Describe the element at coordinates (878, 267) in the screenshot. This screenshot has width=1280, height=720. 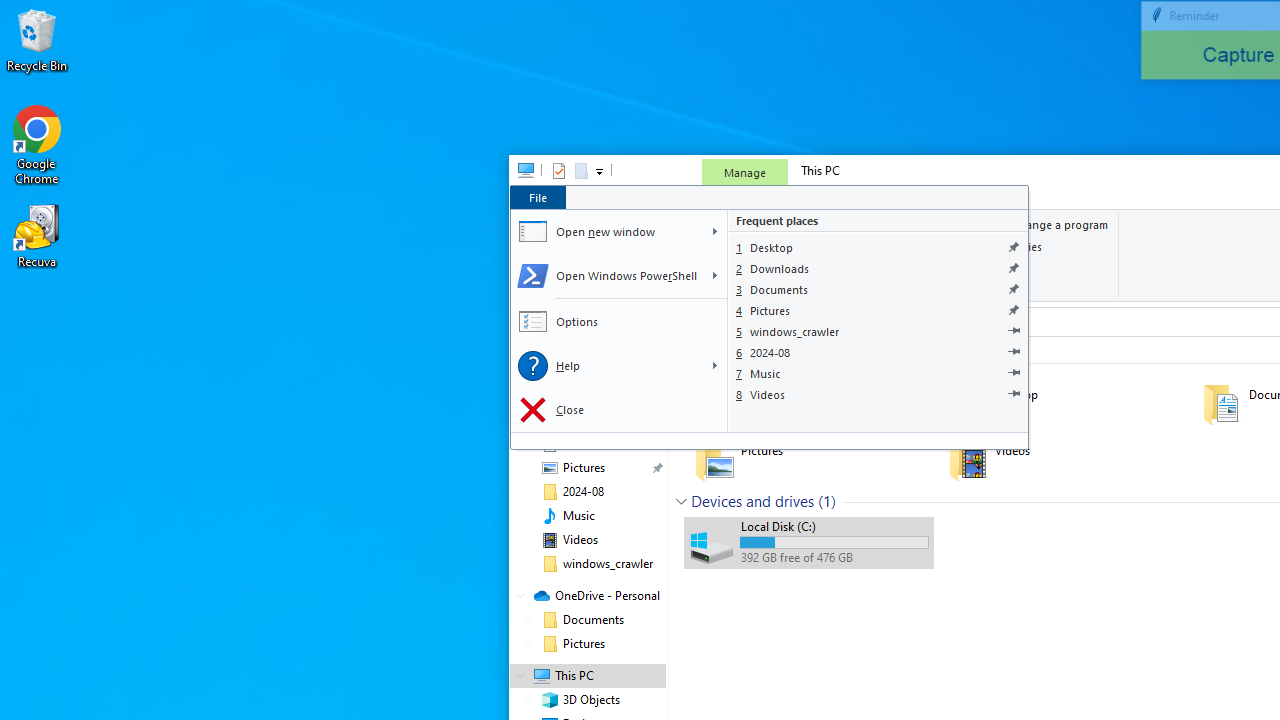
I see `'Downloads'` at that location.